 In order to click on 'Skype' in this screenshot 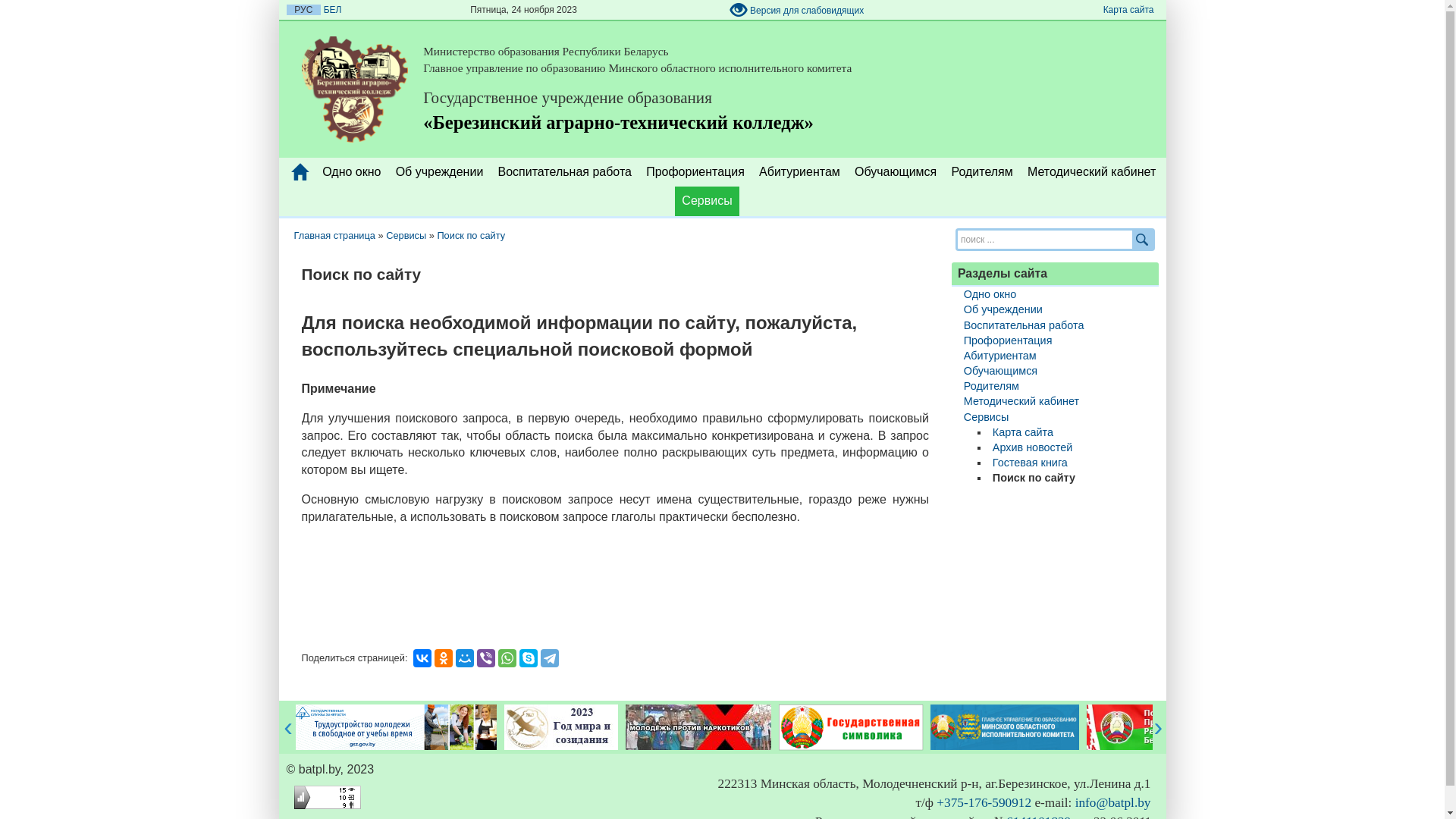, I will do `click(528, 657)`.